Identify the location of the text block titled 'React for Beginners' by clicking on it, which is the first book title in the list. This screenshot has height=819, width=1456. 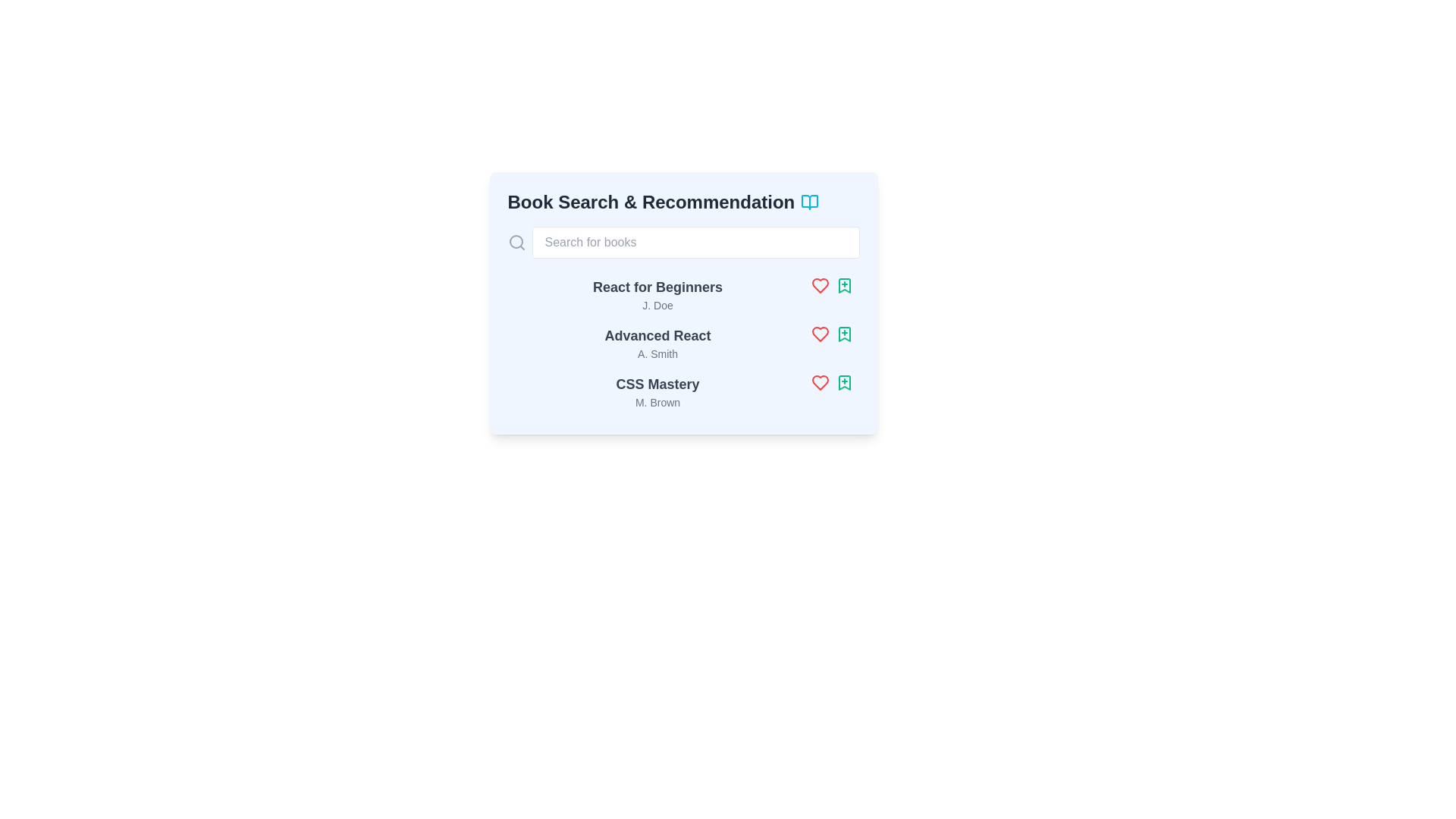
(657, 295).